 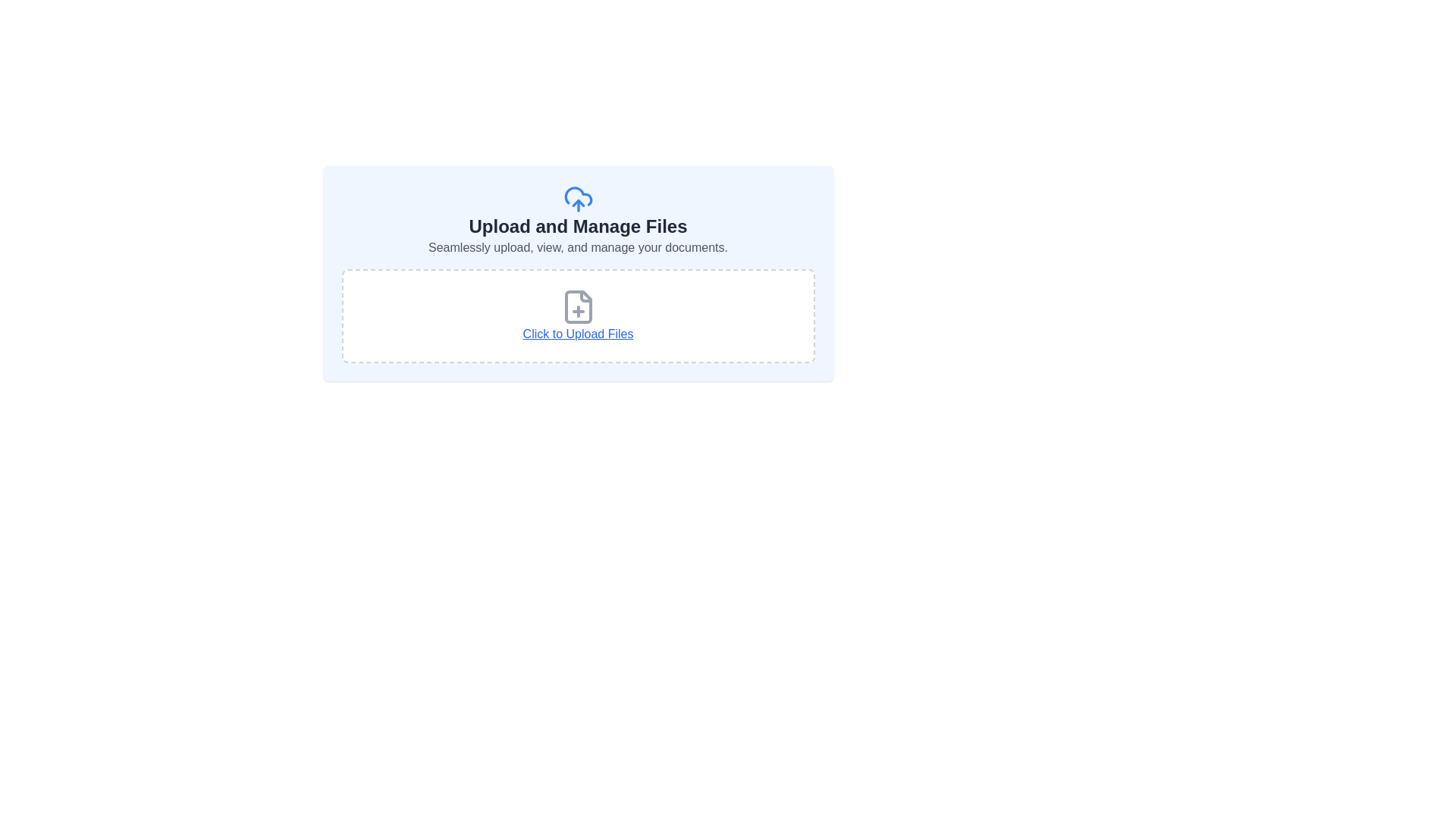 What do you see at coordinates (577, 333) in the screenshot?
I see `the text link that allows users to upload files, located centrally below a file upload icon` at bounding box center [577, 333].